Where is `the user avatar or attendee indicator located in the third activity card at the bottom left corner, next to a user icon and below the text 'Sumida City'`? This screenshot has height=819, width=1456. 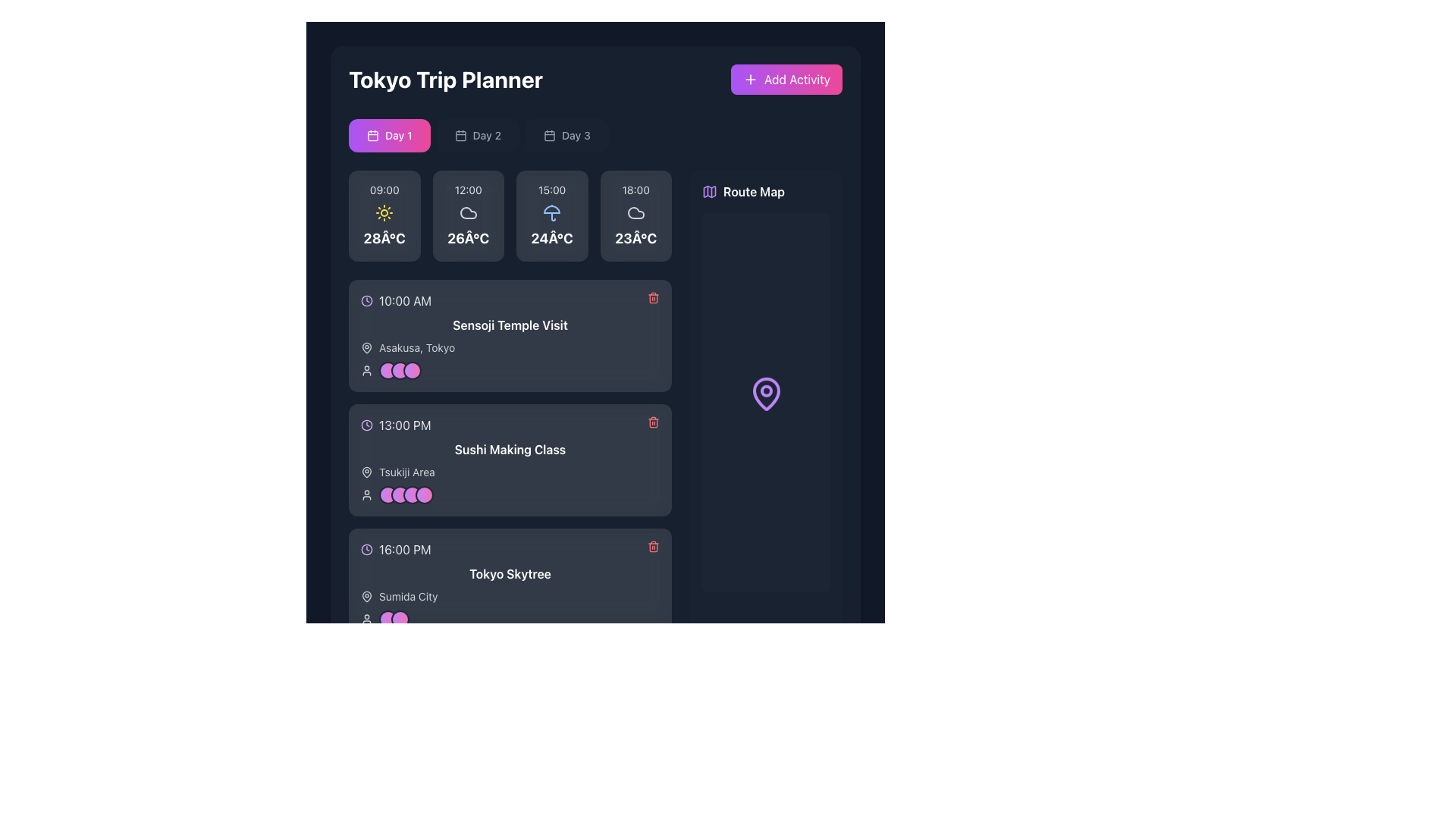
the user avatar or attendee indicator located in the third activity card at the bottom left corner, next to a user icon and below the text 'Sumida City' is located at coordinates (394, 620).